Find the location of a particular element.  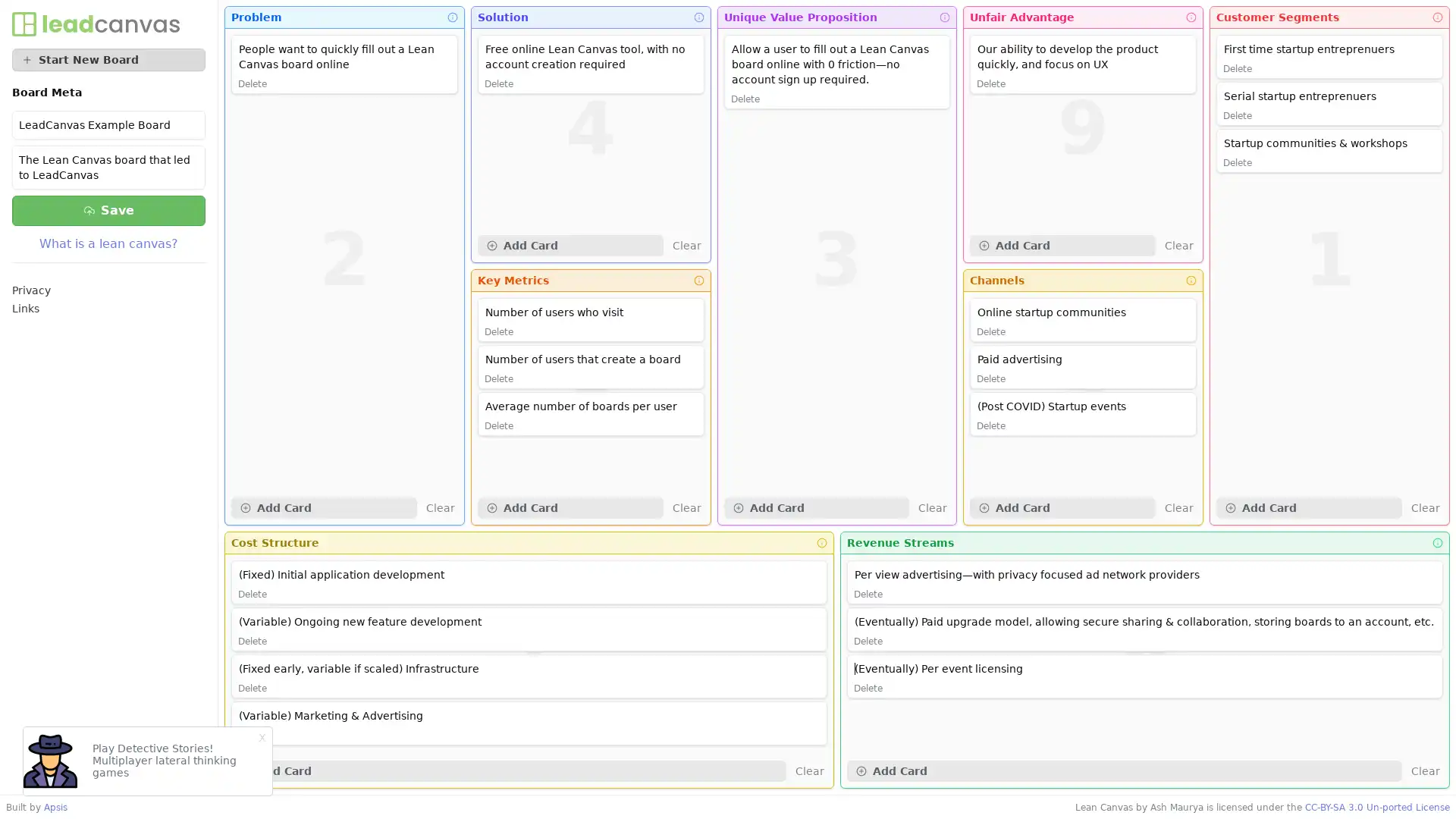

Delete is located at coordinates (498, 425).